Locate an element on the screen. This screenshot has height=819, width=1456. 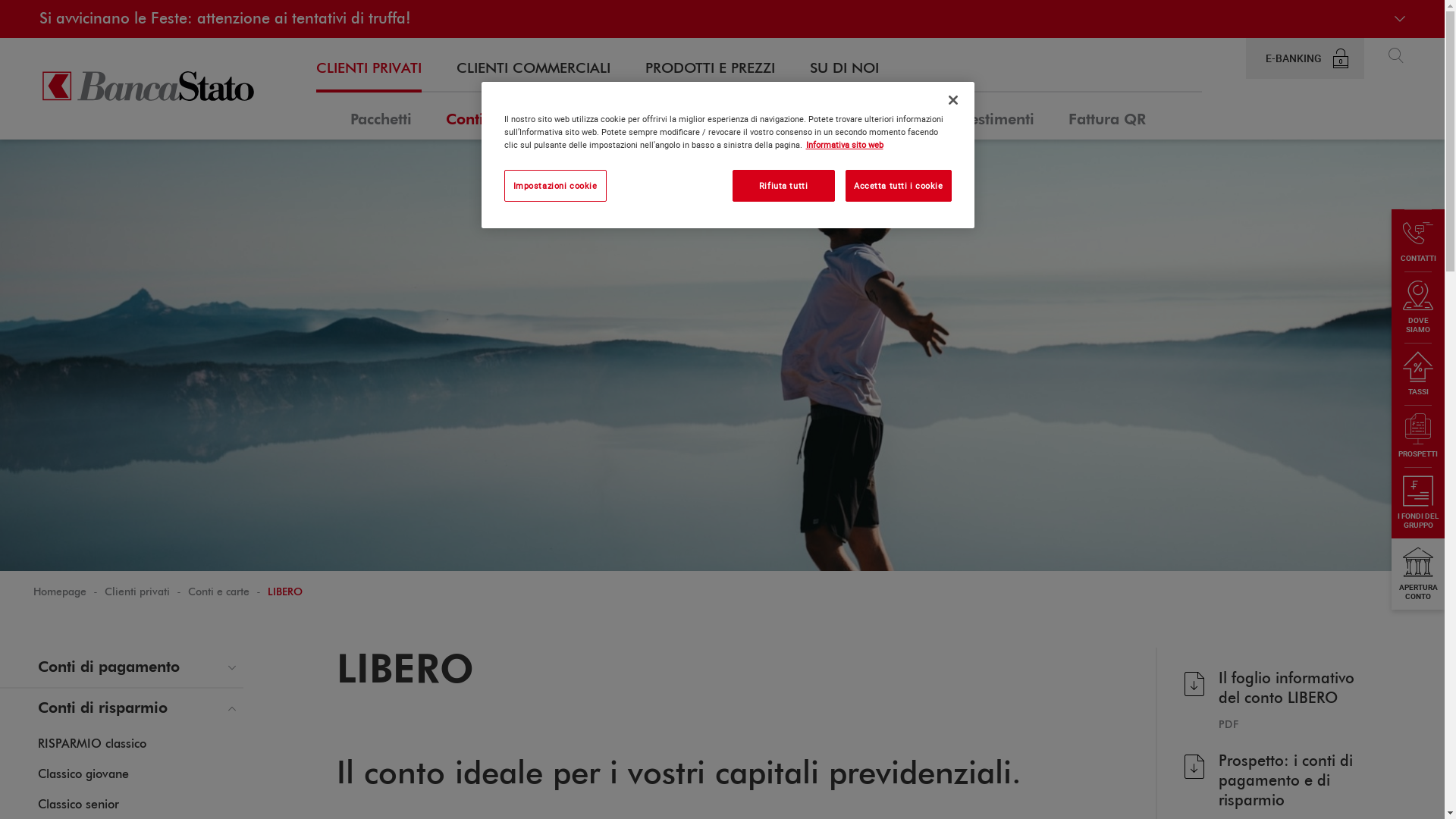
'Il foglio informativo del conto LIBERO is located at coordinates (1278, 699).